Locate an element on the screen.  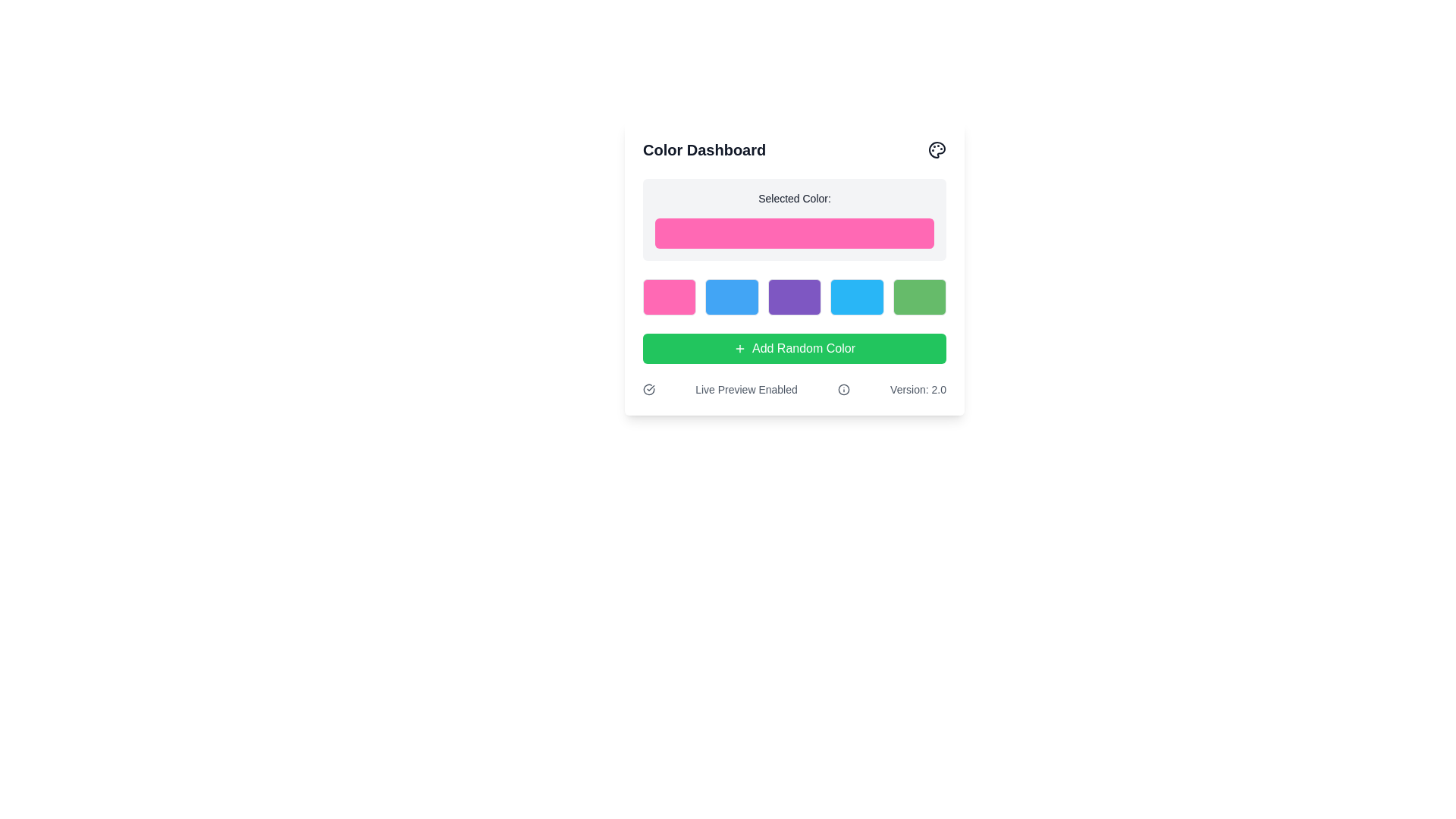
the 'Color Dashboard' text label, which is a bold and large header aligned at the top-left corner of its card, attracting attention as a section title is located at coordinates (704, 149).